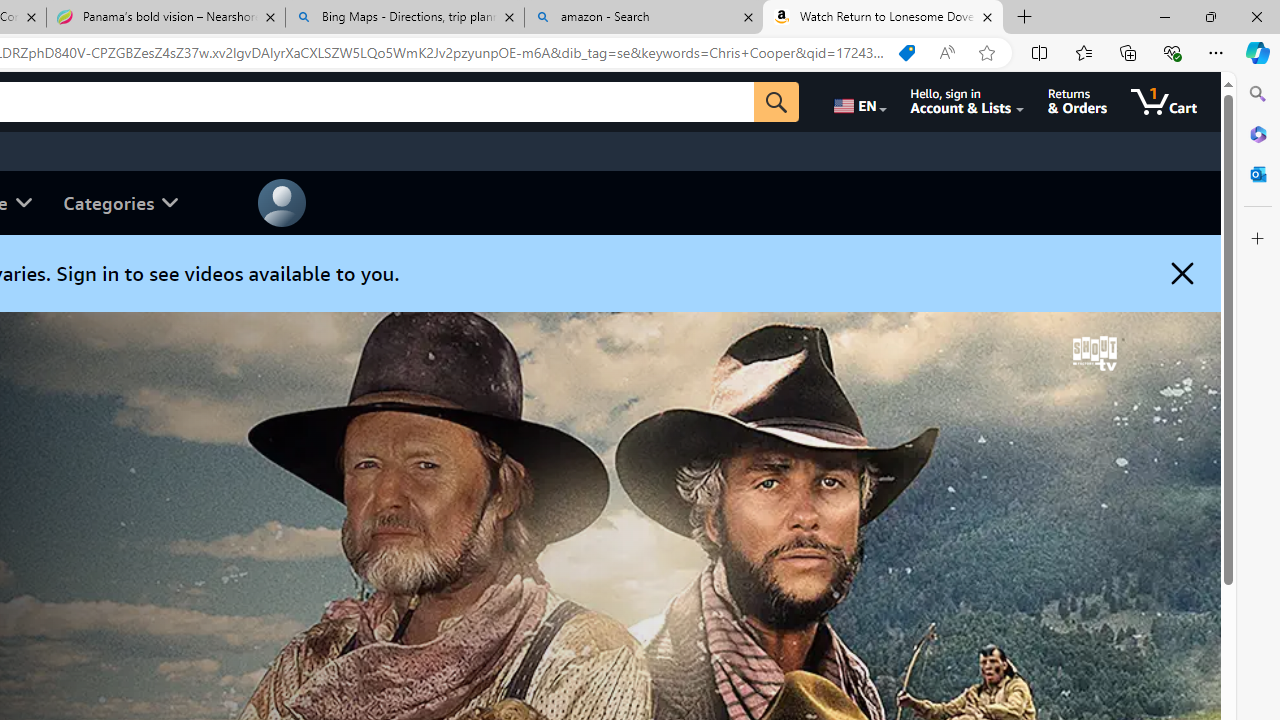  I want to click on 'Choose a language for shopping.', so click(858, 101).